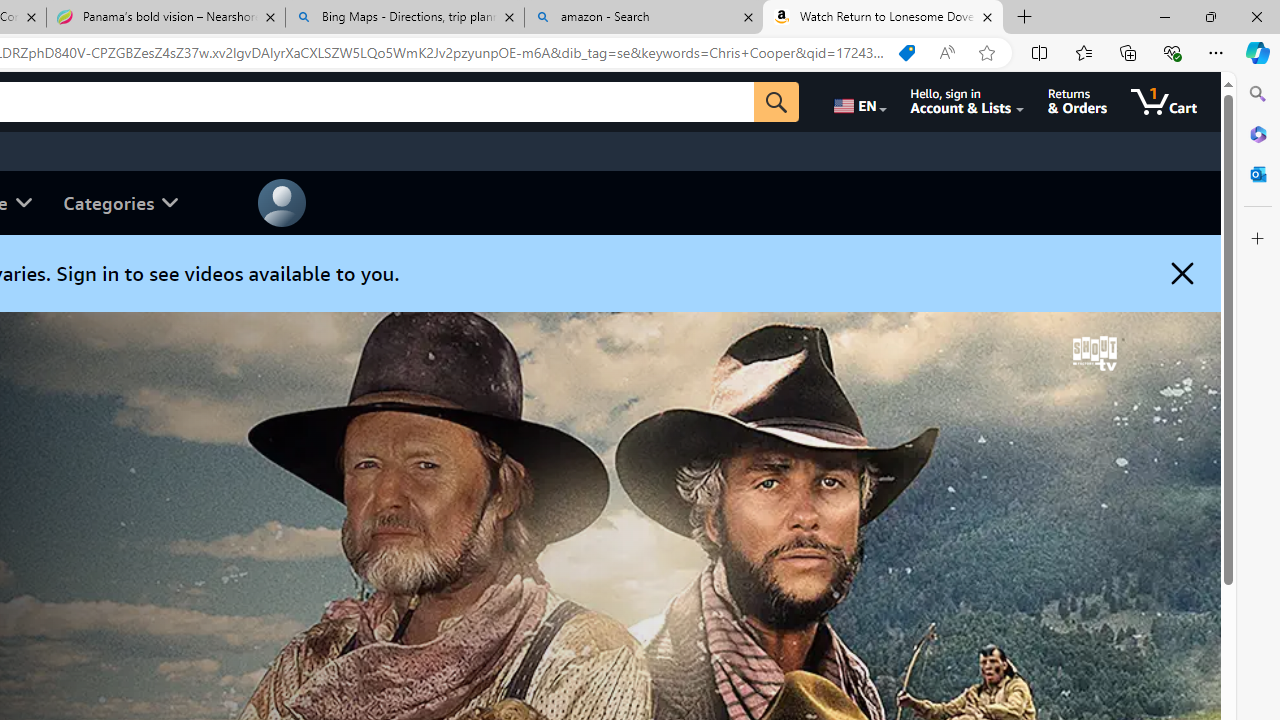  I want to click on 'Choose a language for shopping.', so click(858, 101).